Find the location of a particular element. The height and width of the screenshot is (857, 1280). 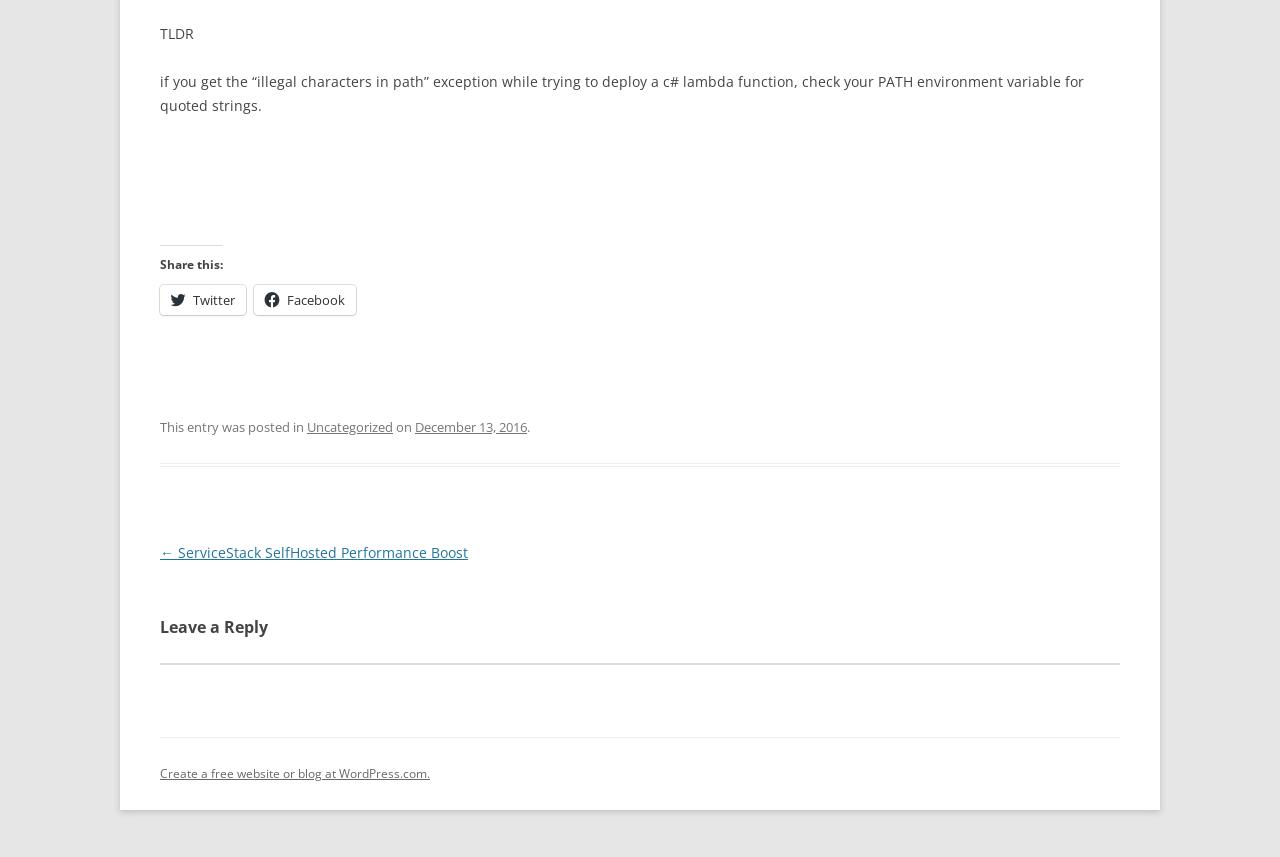

'on' is located at coordinates (392, 426).